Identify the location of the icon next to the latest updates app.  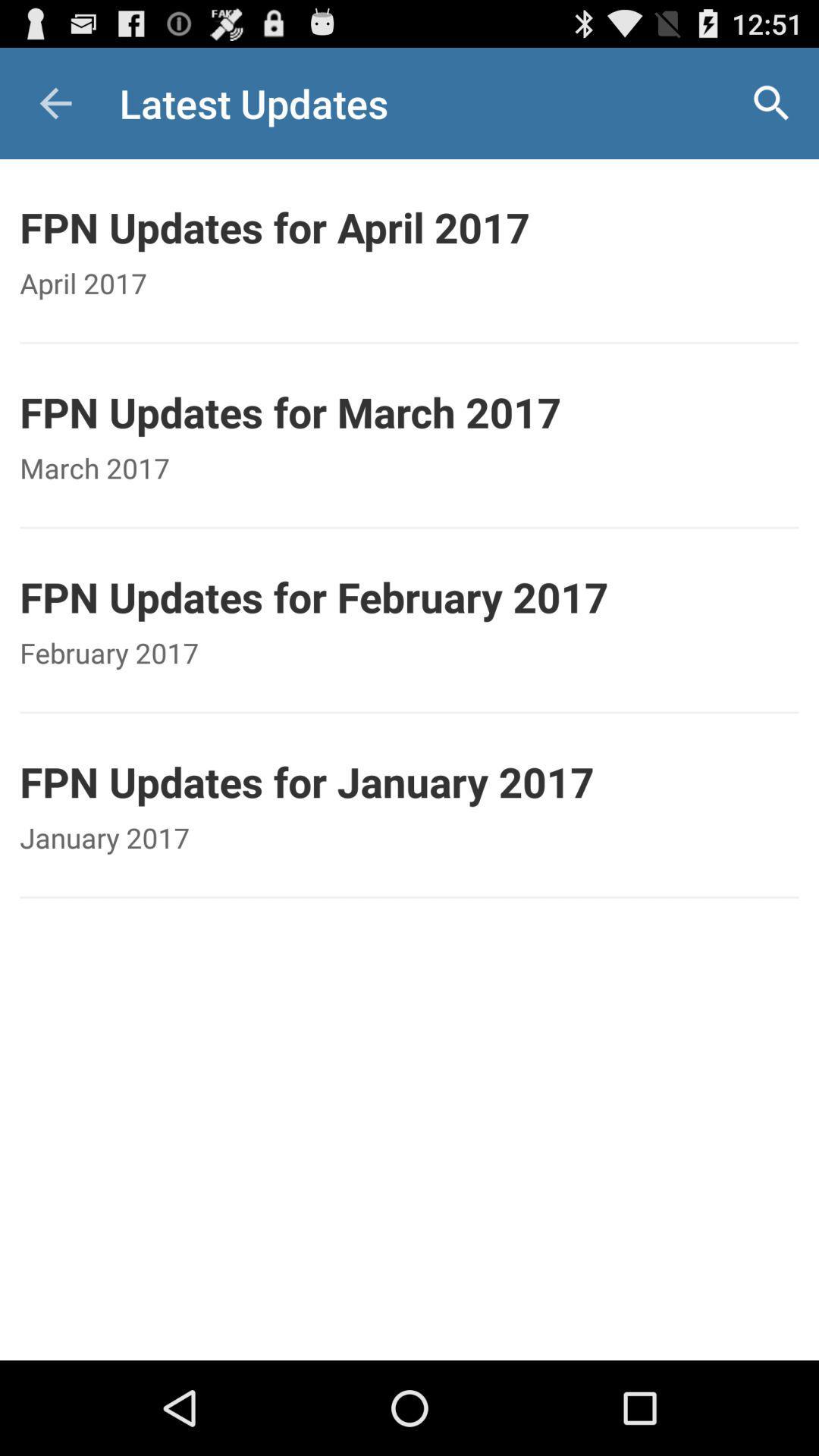
(771, 102).